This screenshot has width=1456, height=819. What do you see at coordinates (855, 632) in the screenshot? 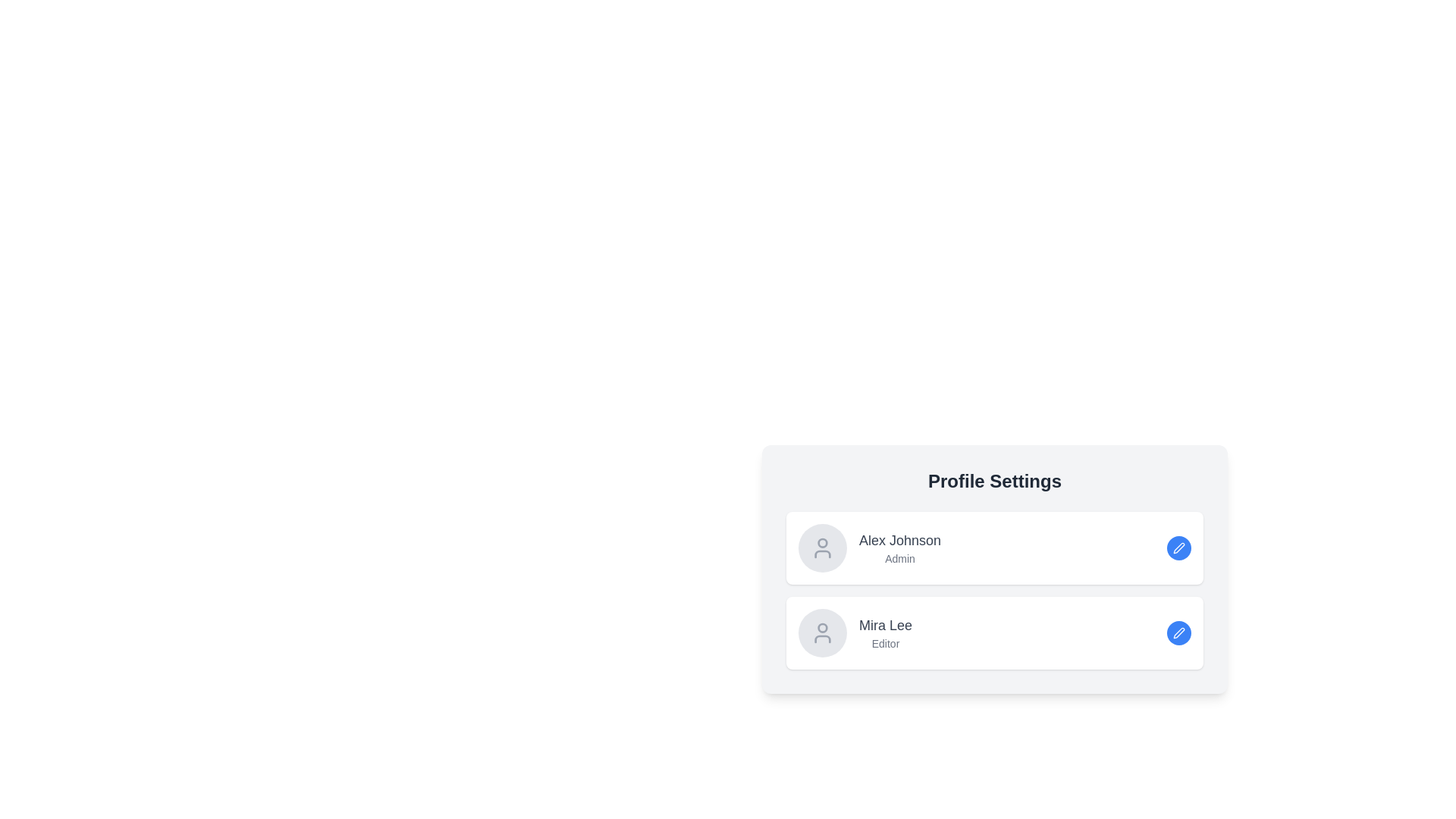
I see `the Profile summary item displaying the user's name and role located at the bottom of the vertical list within a white card interface` at bounding box center [855, 632].